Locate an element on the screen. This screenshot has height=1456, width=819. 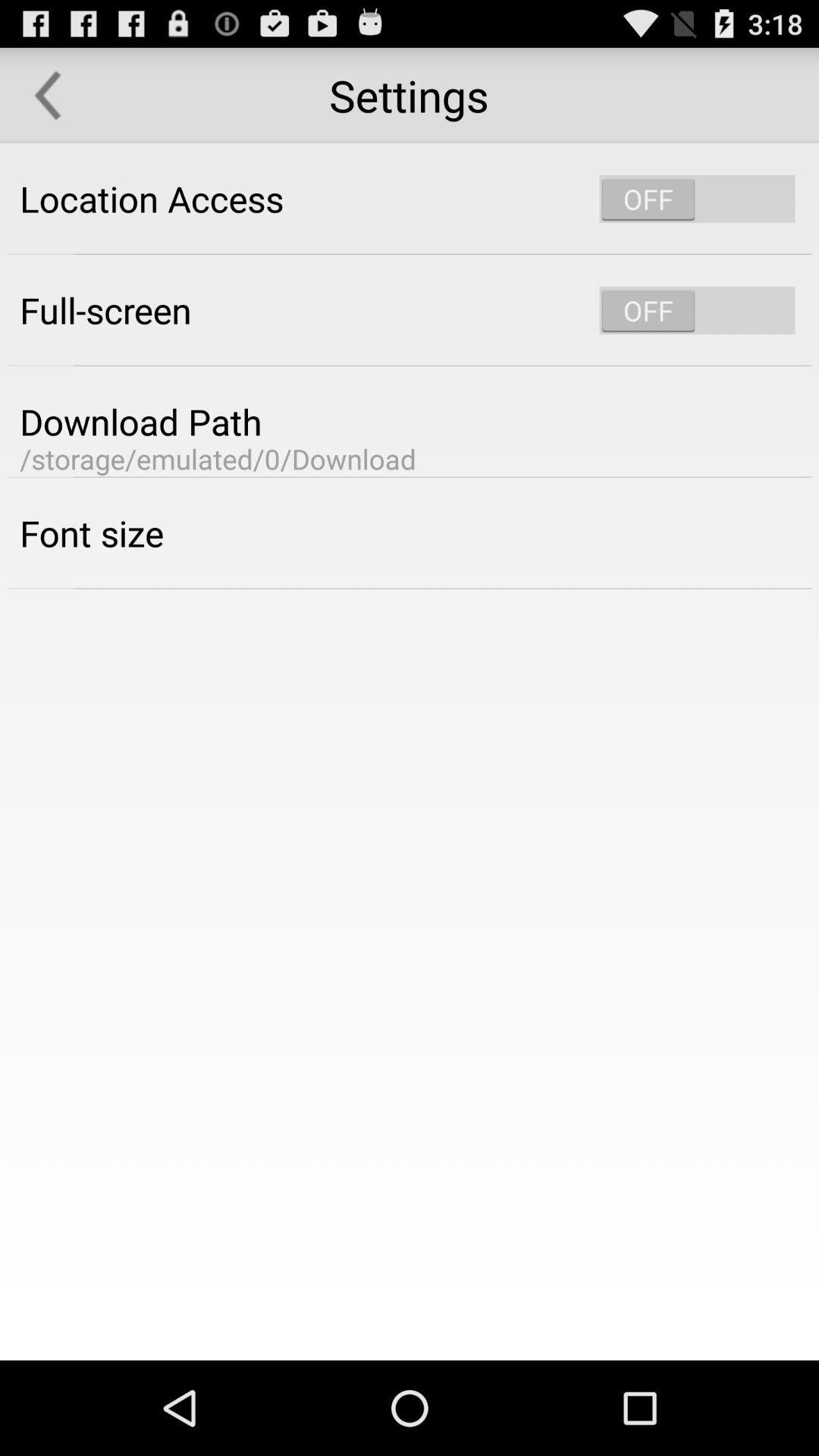
the arrow_backward icon is located at coordinates (46, 101).